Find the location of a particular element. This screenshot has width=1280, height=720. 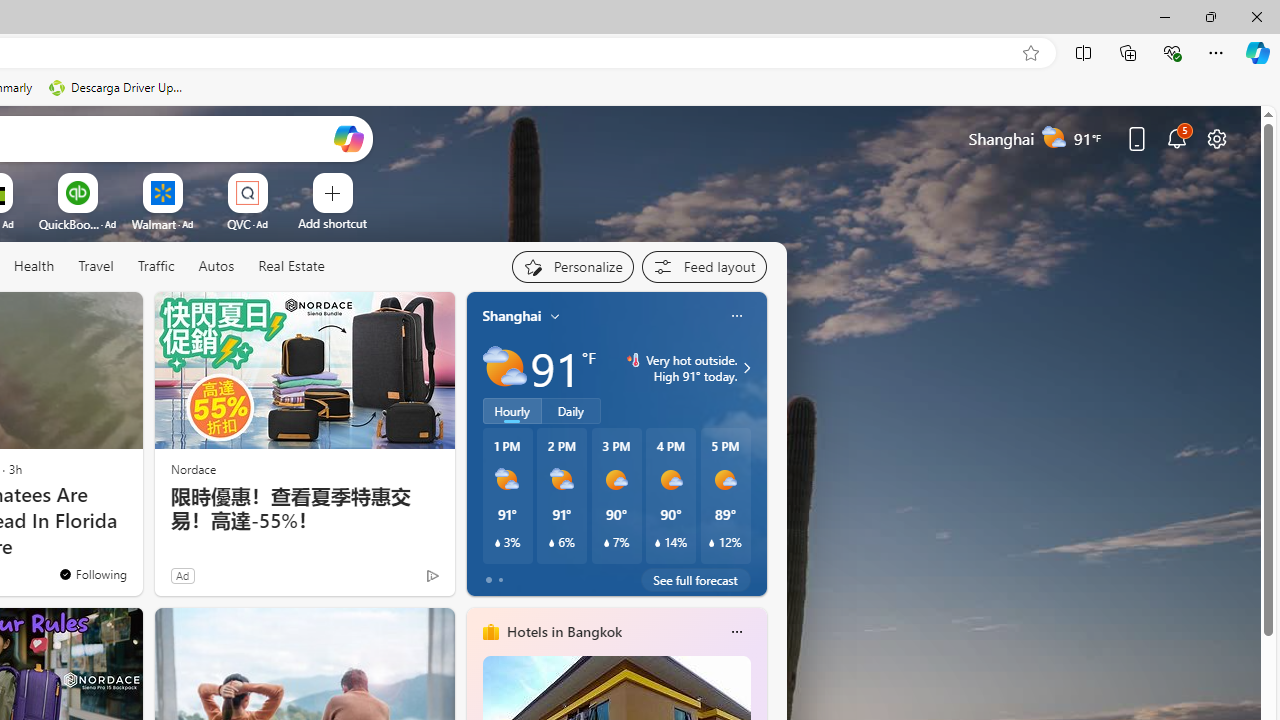

'Health' is located at coordinates (33, 266).